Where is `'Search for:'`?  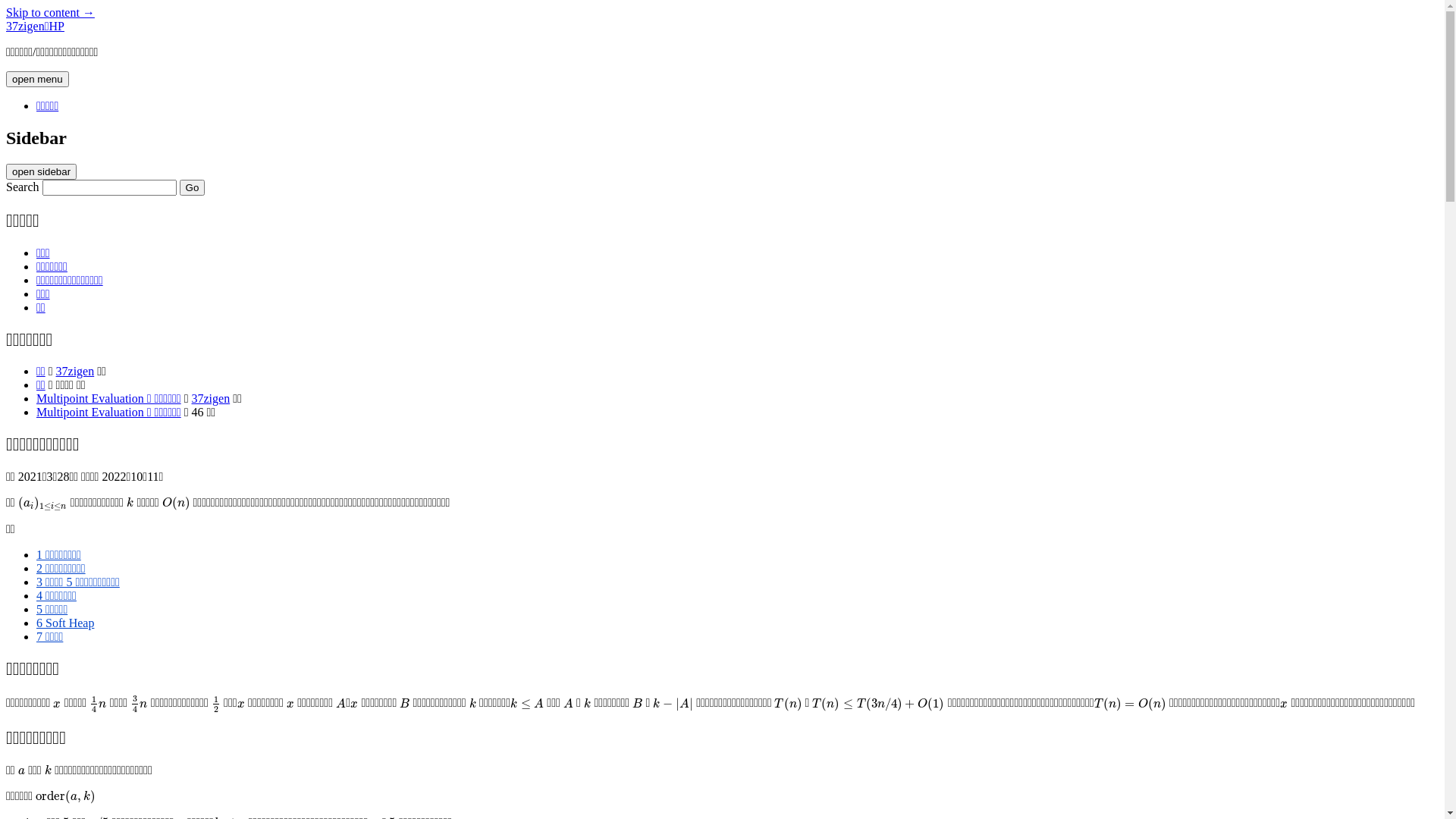 'Search for:' is located at coordinates (108, 187).